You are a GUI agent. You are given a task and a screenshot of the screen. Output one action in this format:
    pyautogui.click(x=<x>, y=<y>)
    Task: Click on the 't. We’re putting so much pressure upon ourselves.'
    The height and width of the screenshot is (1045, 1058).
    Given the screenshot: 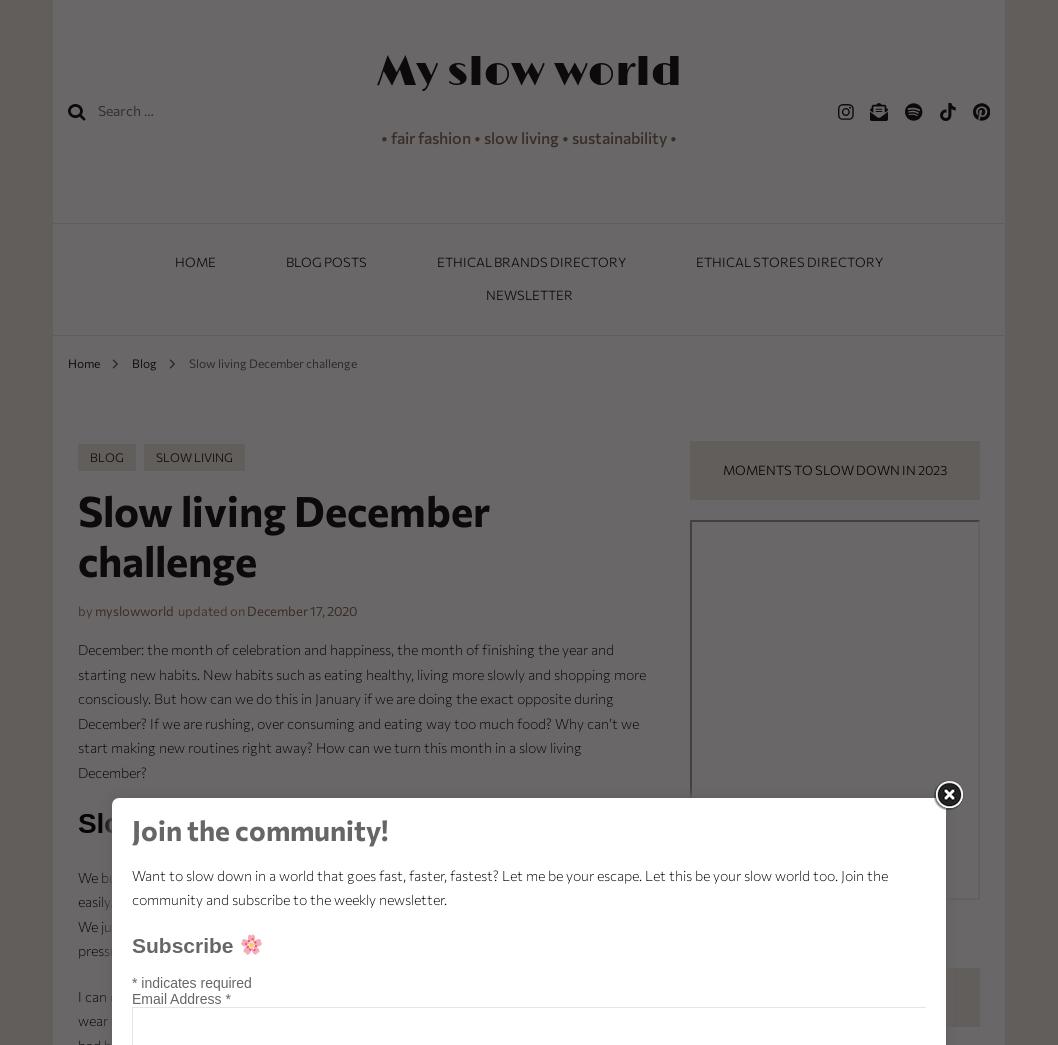 What is the action you would take?
    pyautogui.click(x=346, y=936)
    